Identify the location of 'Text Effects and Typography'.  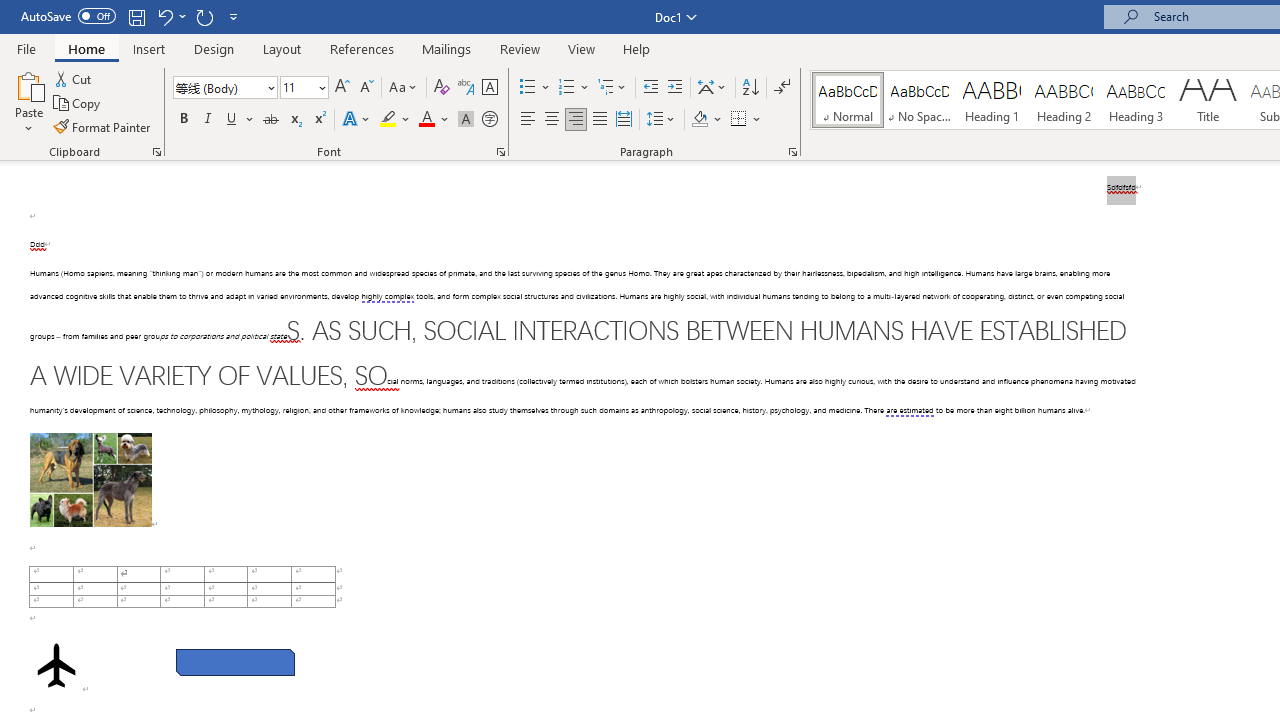
(357, 119).